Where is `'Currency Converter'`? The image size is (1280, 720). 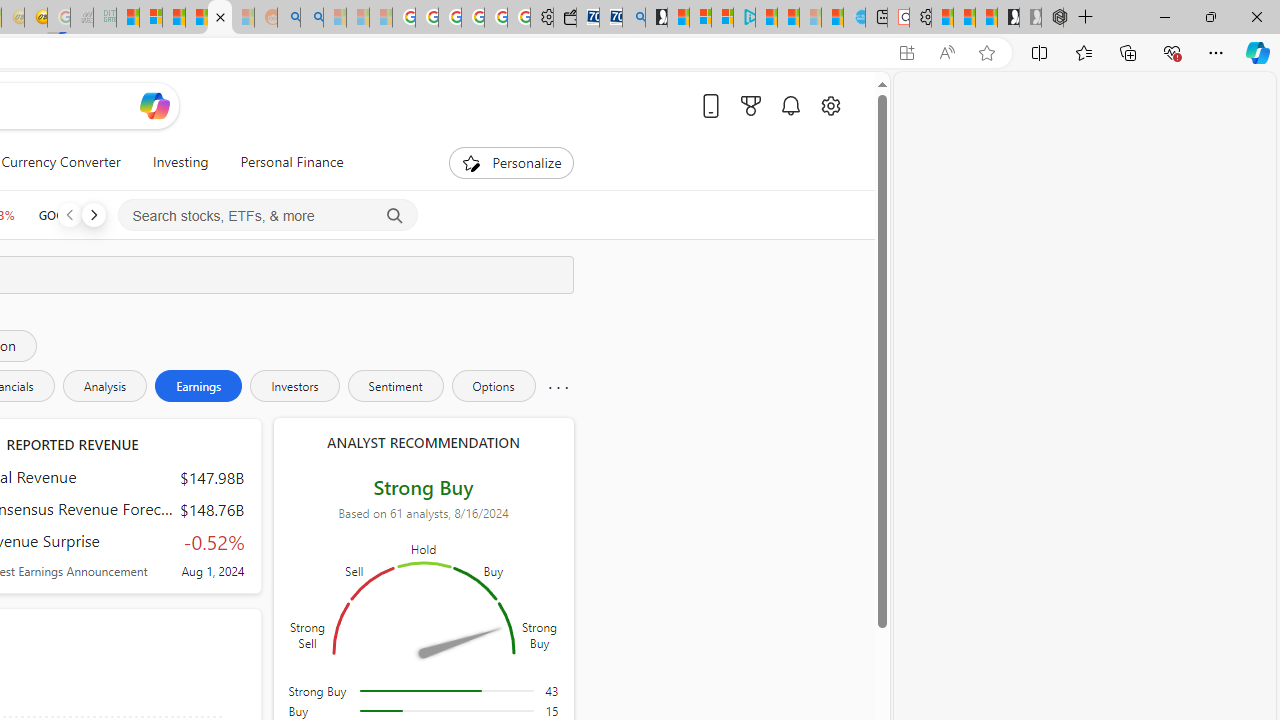 'Currency Converter' is located at coordinates (61, 162).